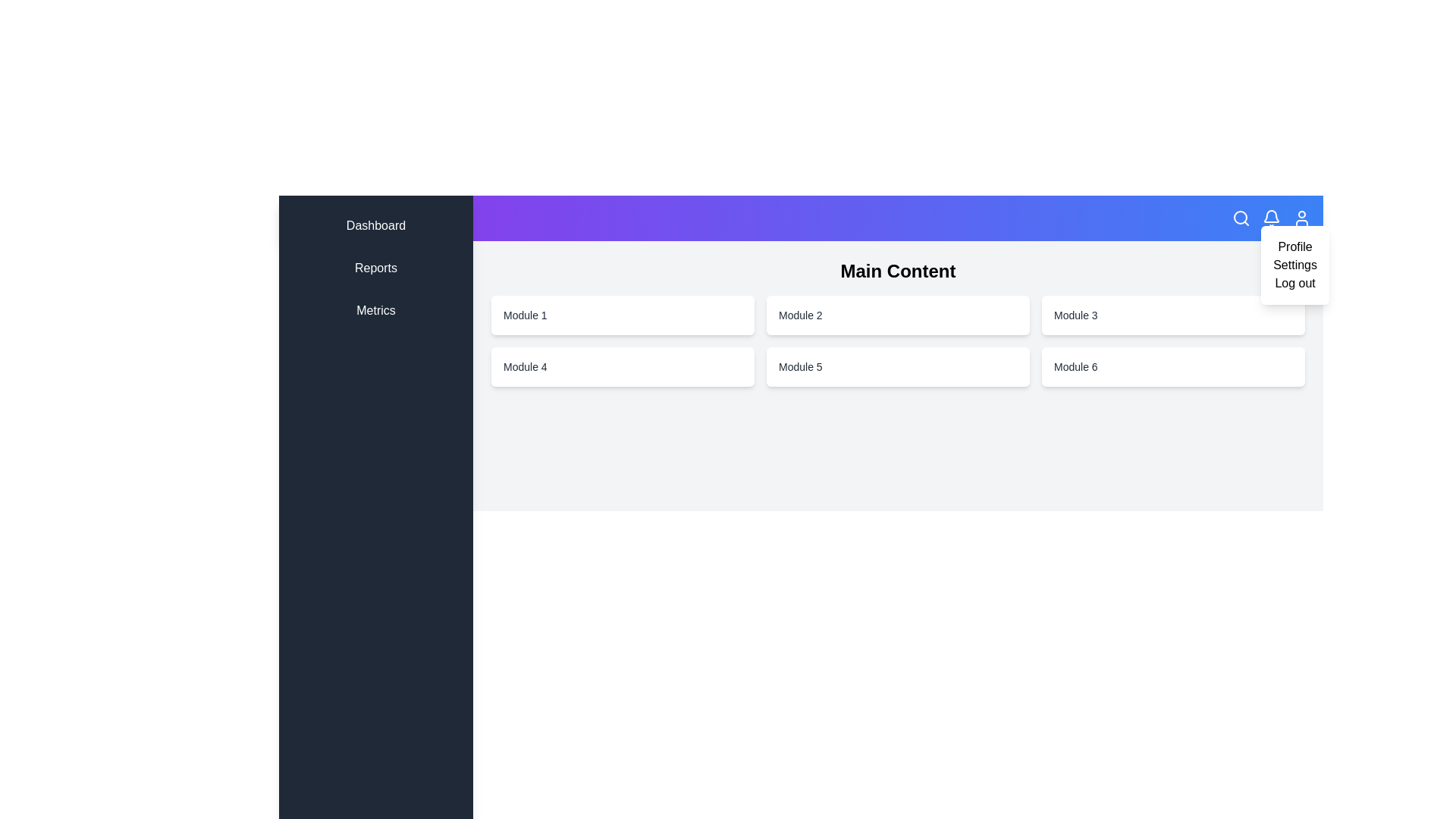 The width and height of the screenshot is (1456, 819). What do you see at coordinates (1241, 217) in the screenshot?
I see `the inner circle of the magnifying glass icon located in the top-right corner of the navigation bar, which is represented as an SVG circle element` at bounding box center [1241, 217].